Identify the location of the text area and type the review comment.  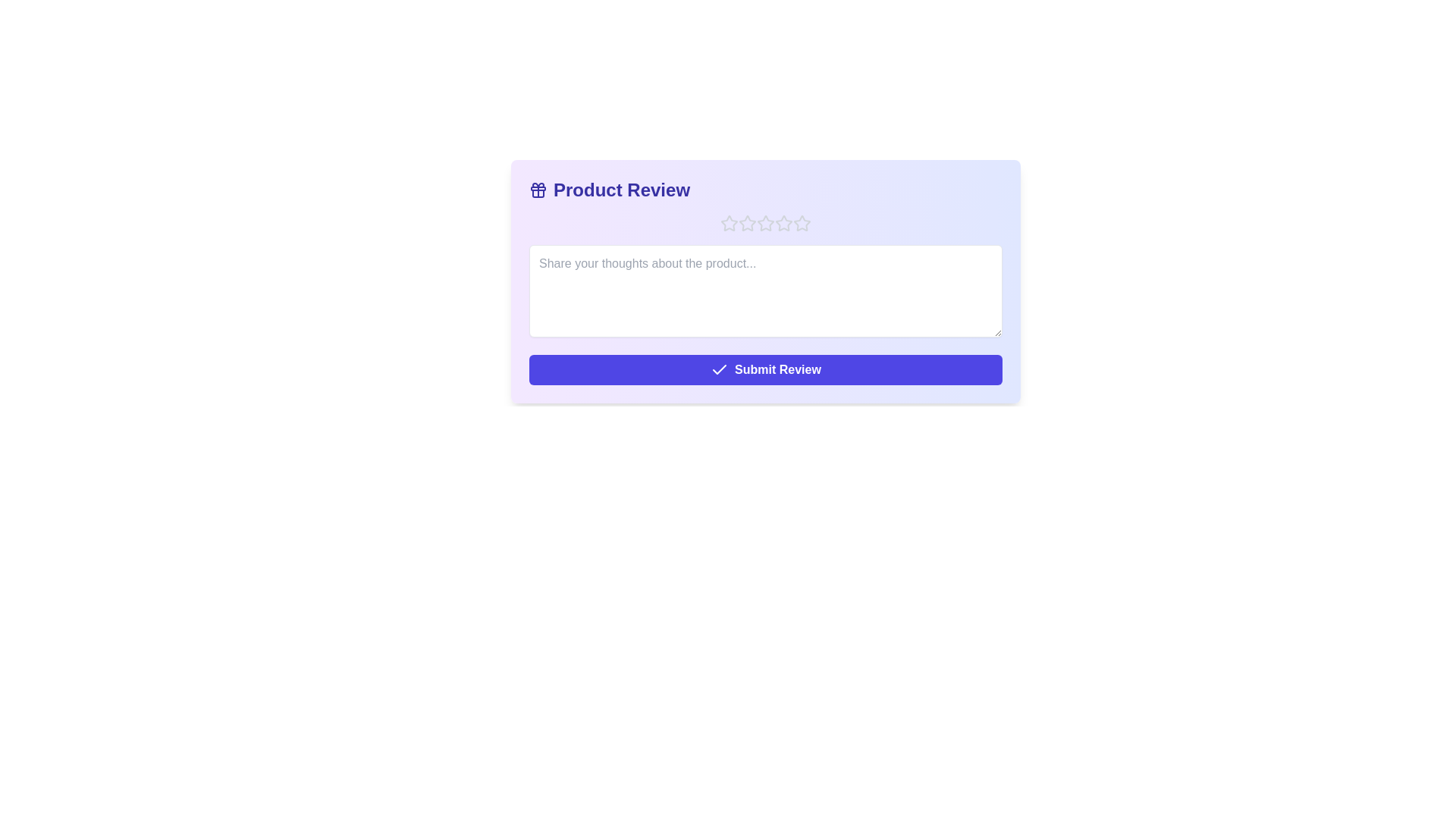
(765, 291).